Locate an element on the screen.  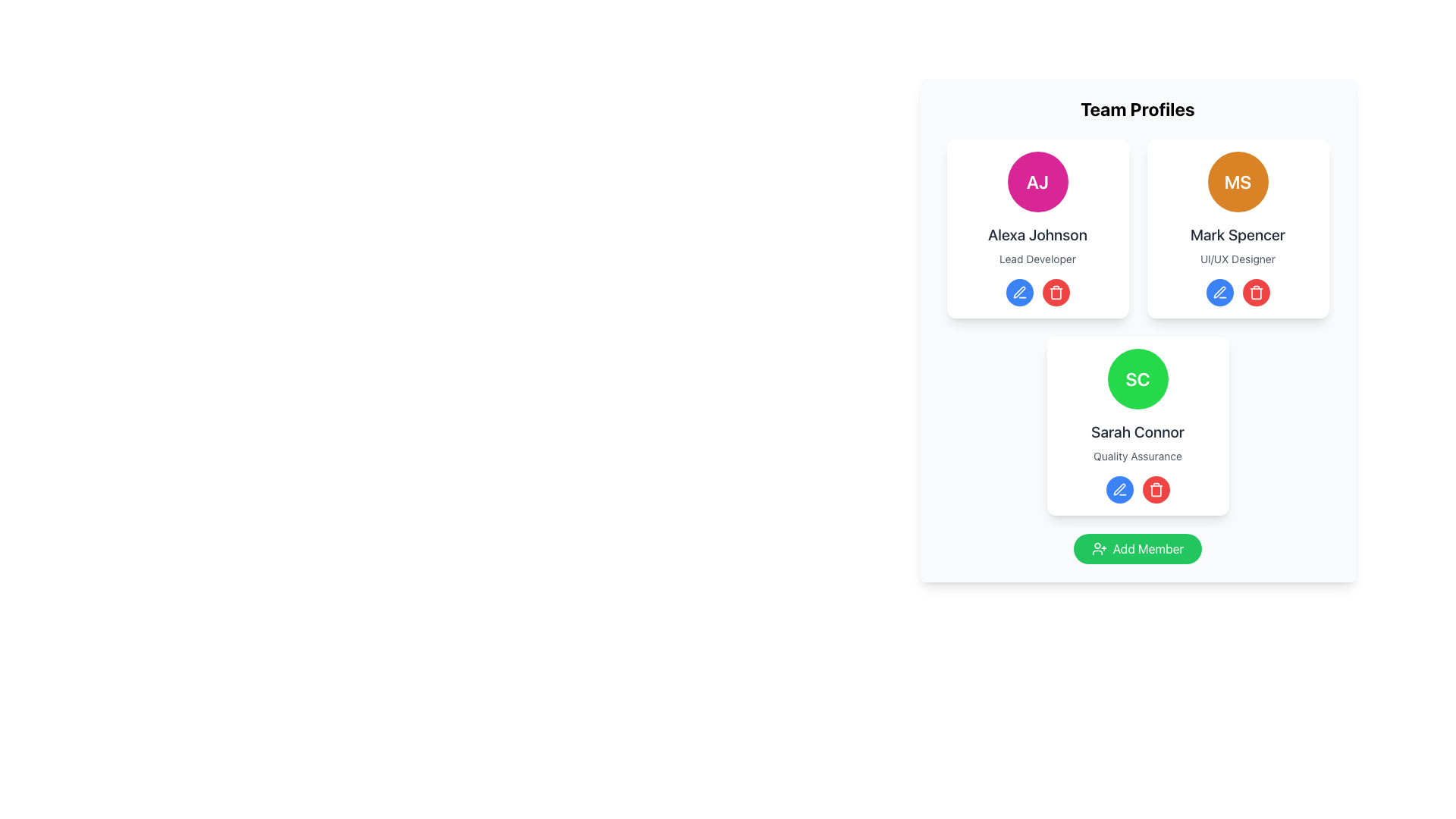
the rightmost Icon Button for deletion located under the 'Mark Spencer' profile to invoke the delete action is located at coordinates (1256, 292).